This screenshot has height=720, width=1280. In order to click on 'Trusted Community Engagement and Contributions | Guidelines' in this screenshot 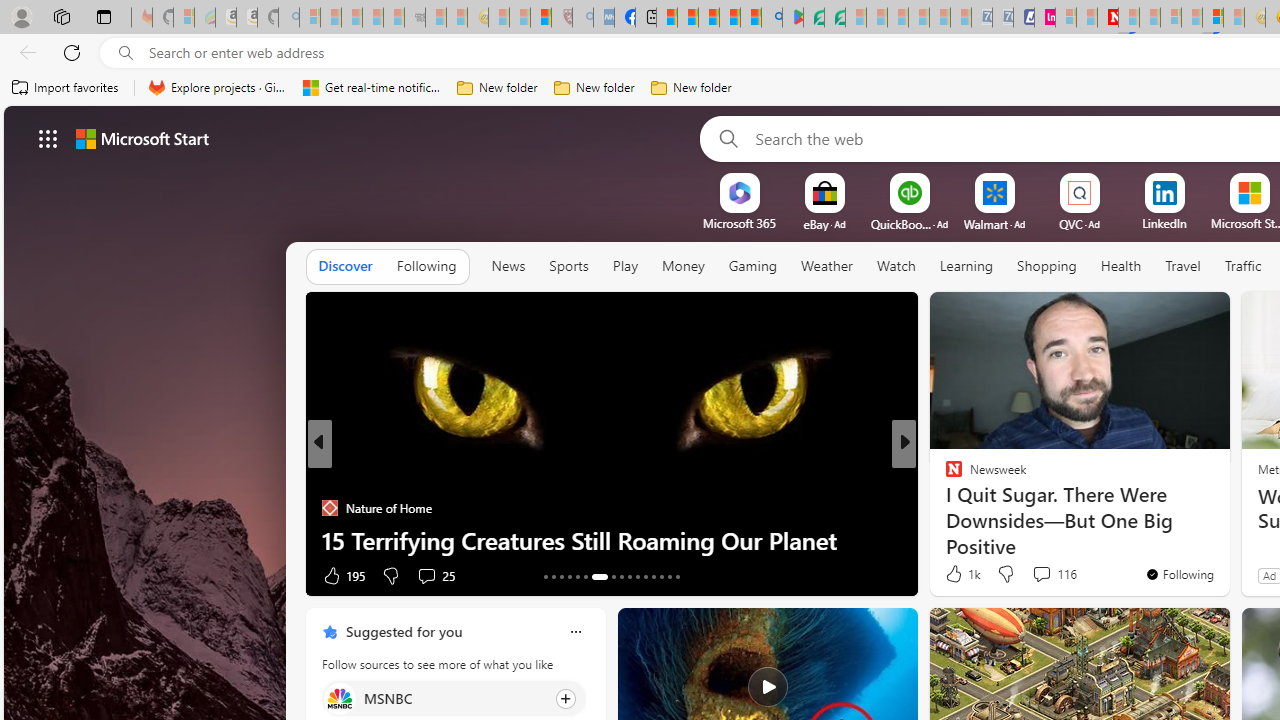, I will do `click(1128, 17)`.